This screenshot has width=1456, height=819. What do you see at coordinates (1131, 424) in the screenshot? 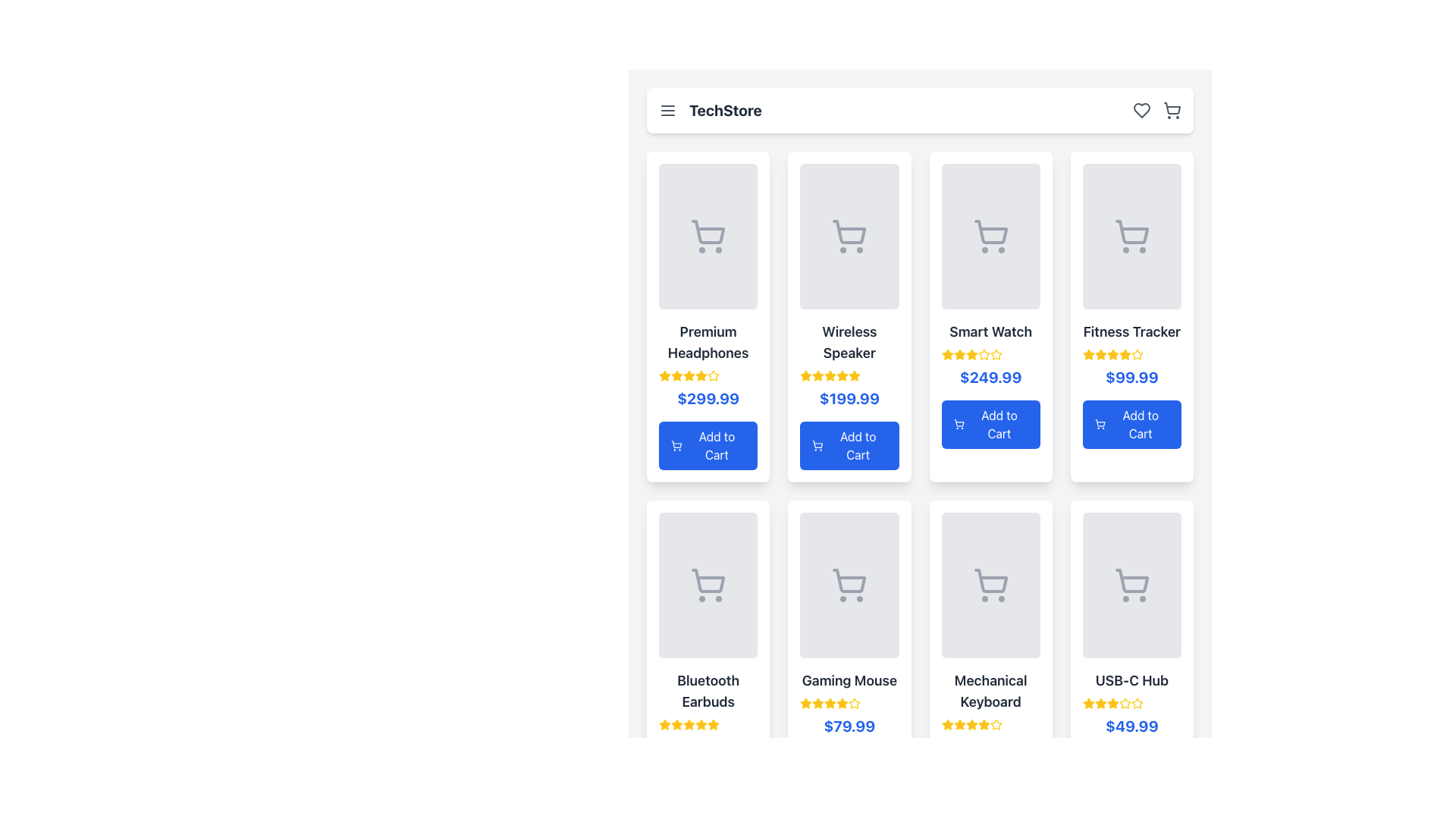
I see `the 'Add to Cart' button, which is a rectangular button with a blue background and white text, located at the bottom of the 'Fitness Tracker' product card` at bounding box center [1131, 424].